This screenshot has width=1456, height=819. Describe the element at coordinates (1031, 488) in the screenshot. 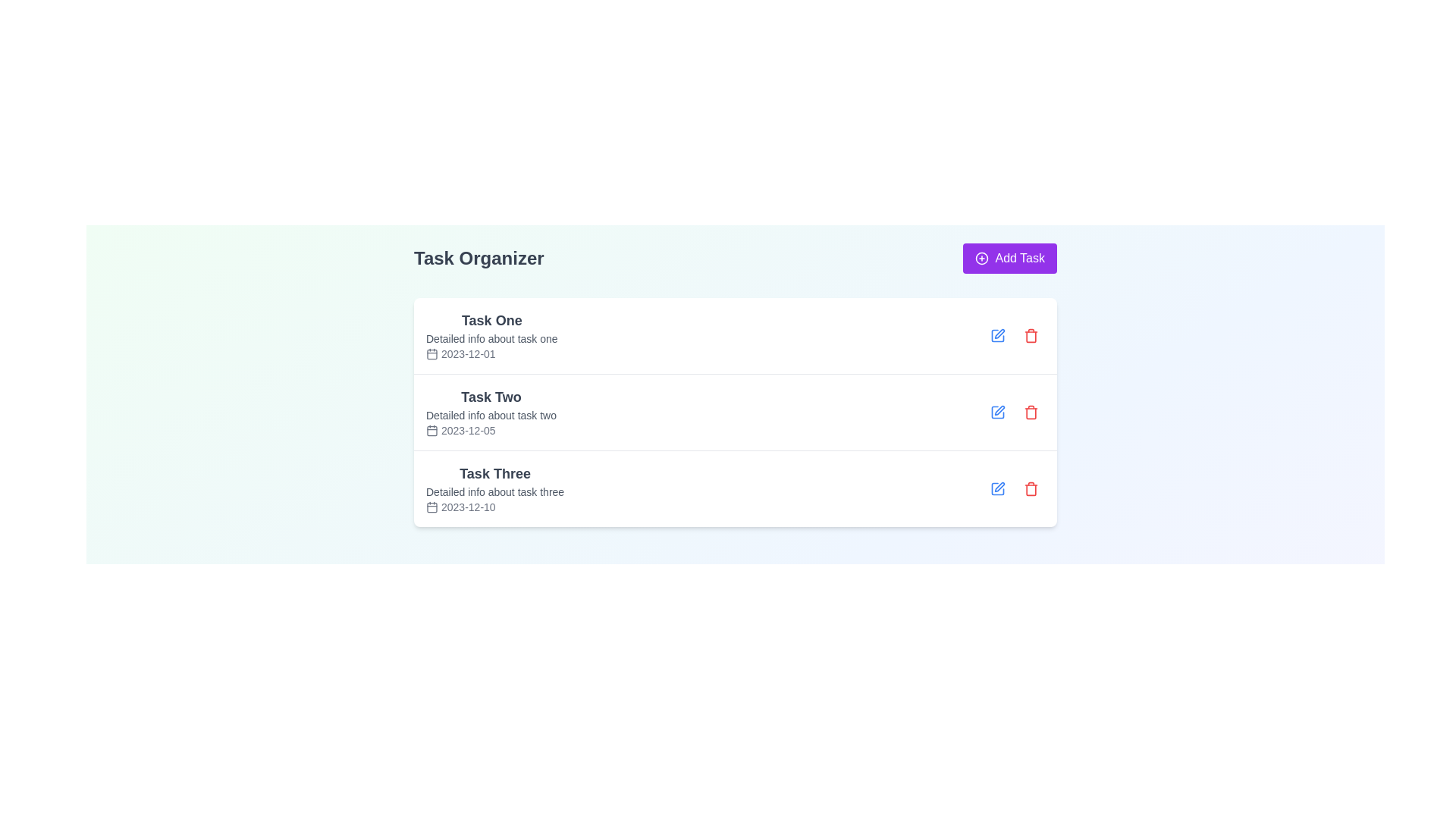

I see `the delete icon associated with 'Task Three'` at that location.